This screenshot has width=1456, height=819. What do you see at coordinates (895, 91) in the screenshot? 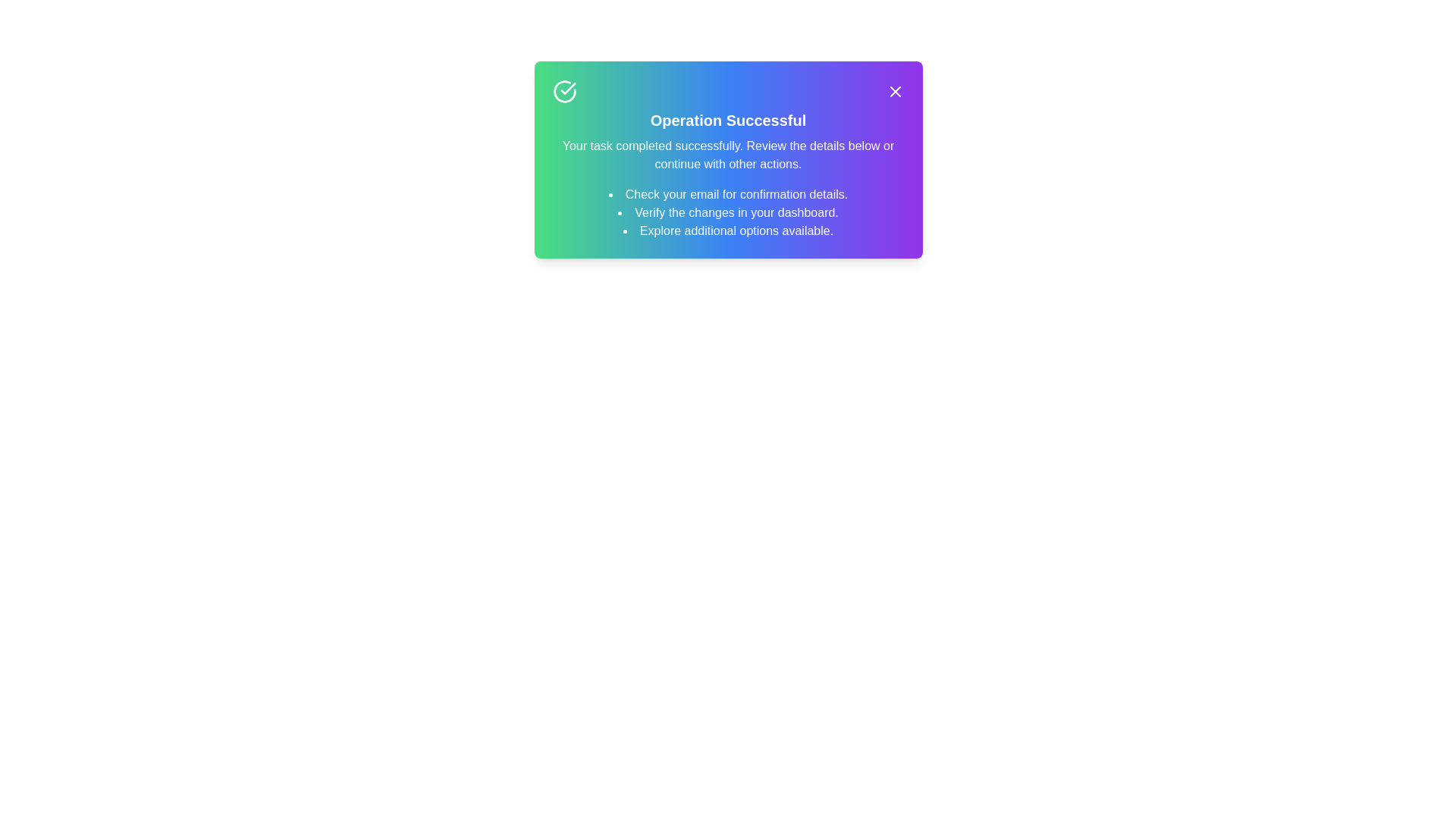
I see `the close button to close the notification panel` at bounding box center [895, 91].